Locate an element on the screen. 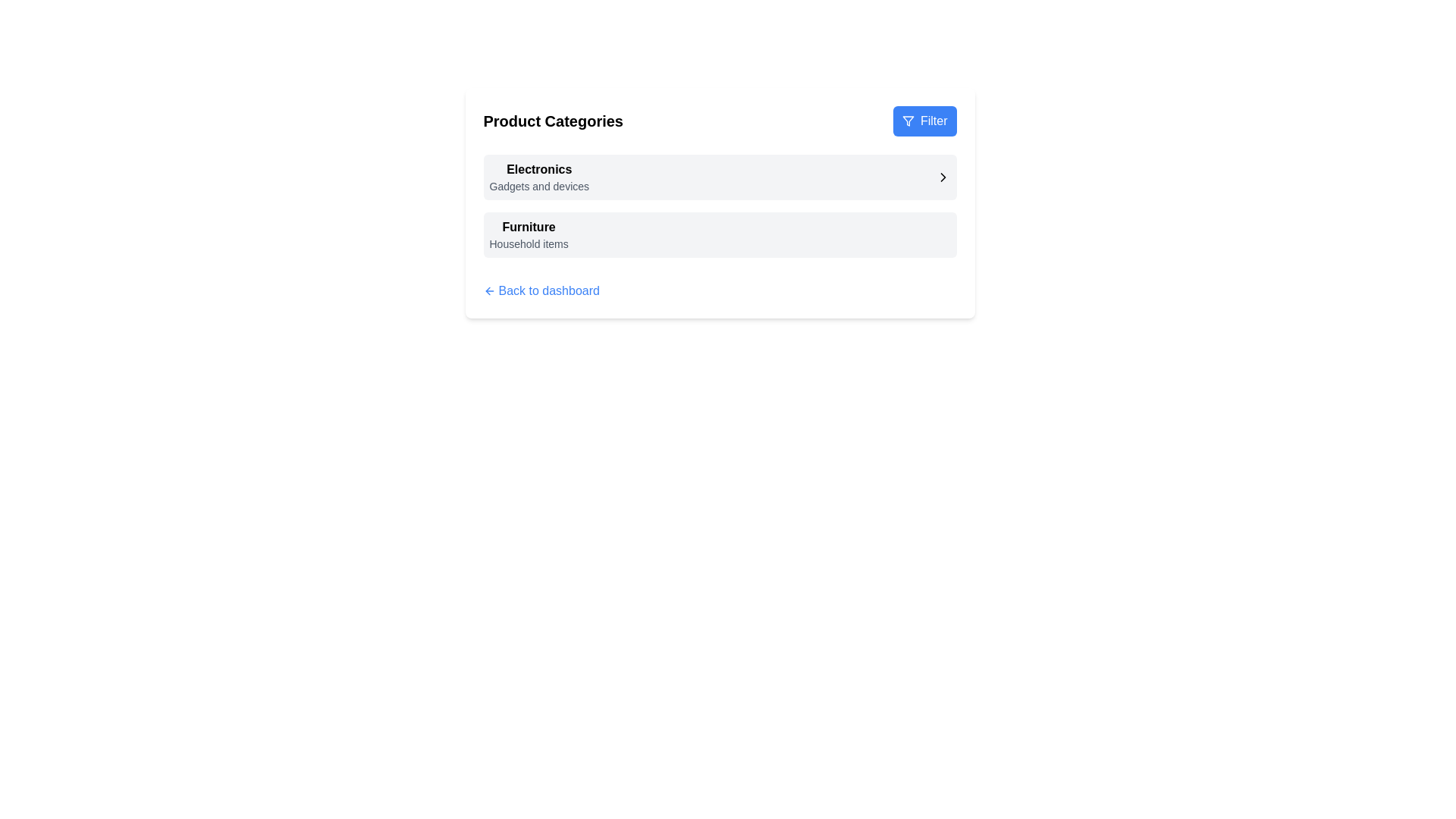  the 'Furniture' text label which represents a category in the navigation list and provides context about 'Household items' is located at coordinates (529, 234).